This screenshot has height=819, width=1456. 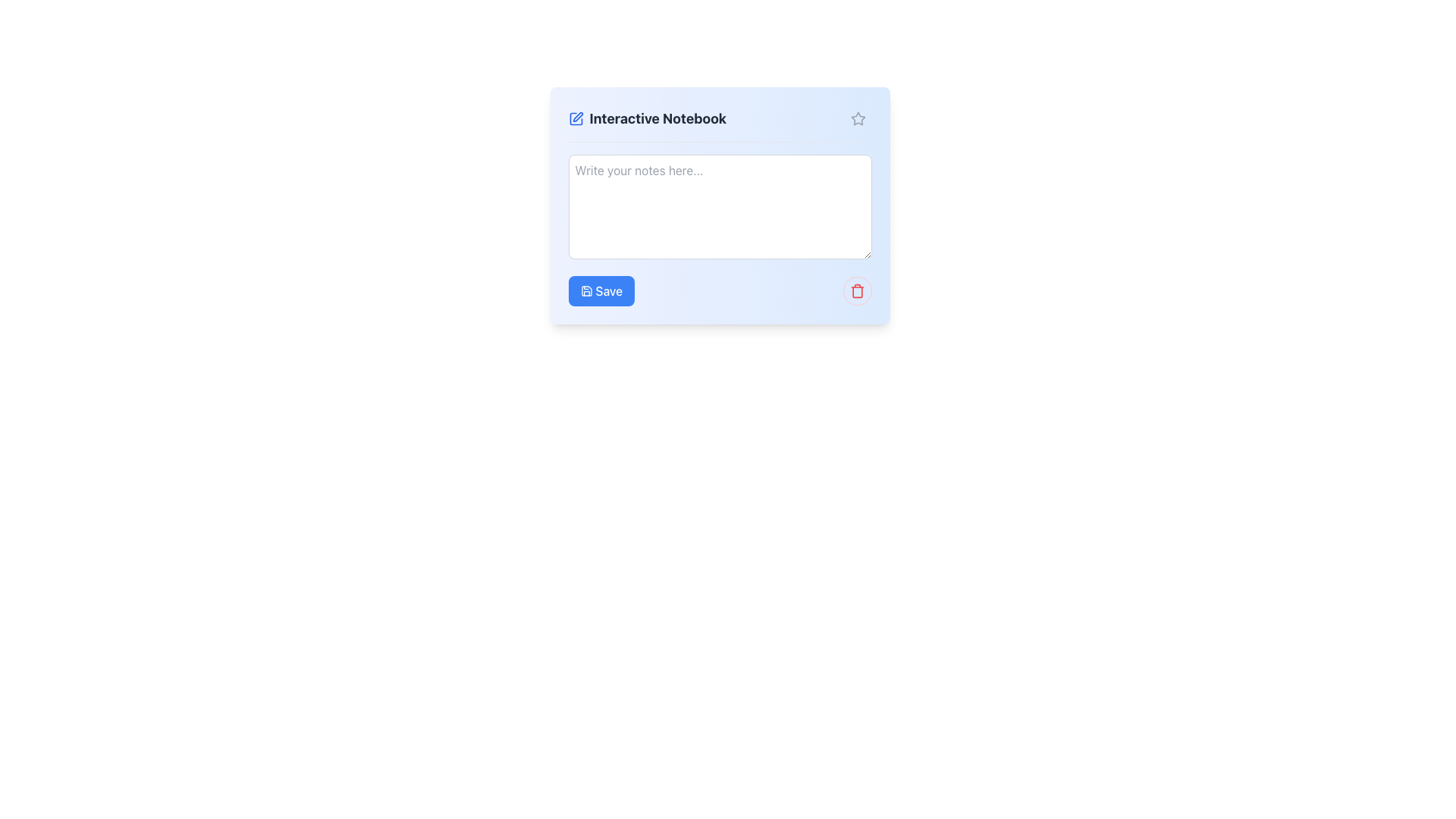 I want to click on the circular button with a red border and trashcan icon located at the bottom-right corner of the blue panel, so click(x=857, y=291).